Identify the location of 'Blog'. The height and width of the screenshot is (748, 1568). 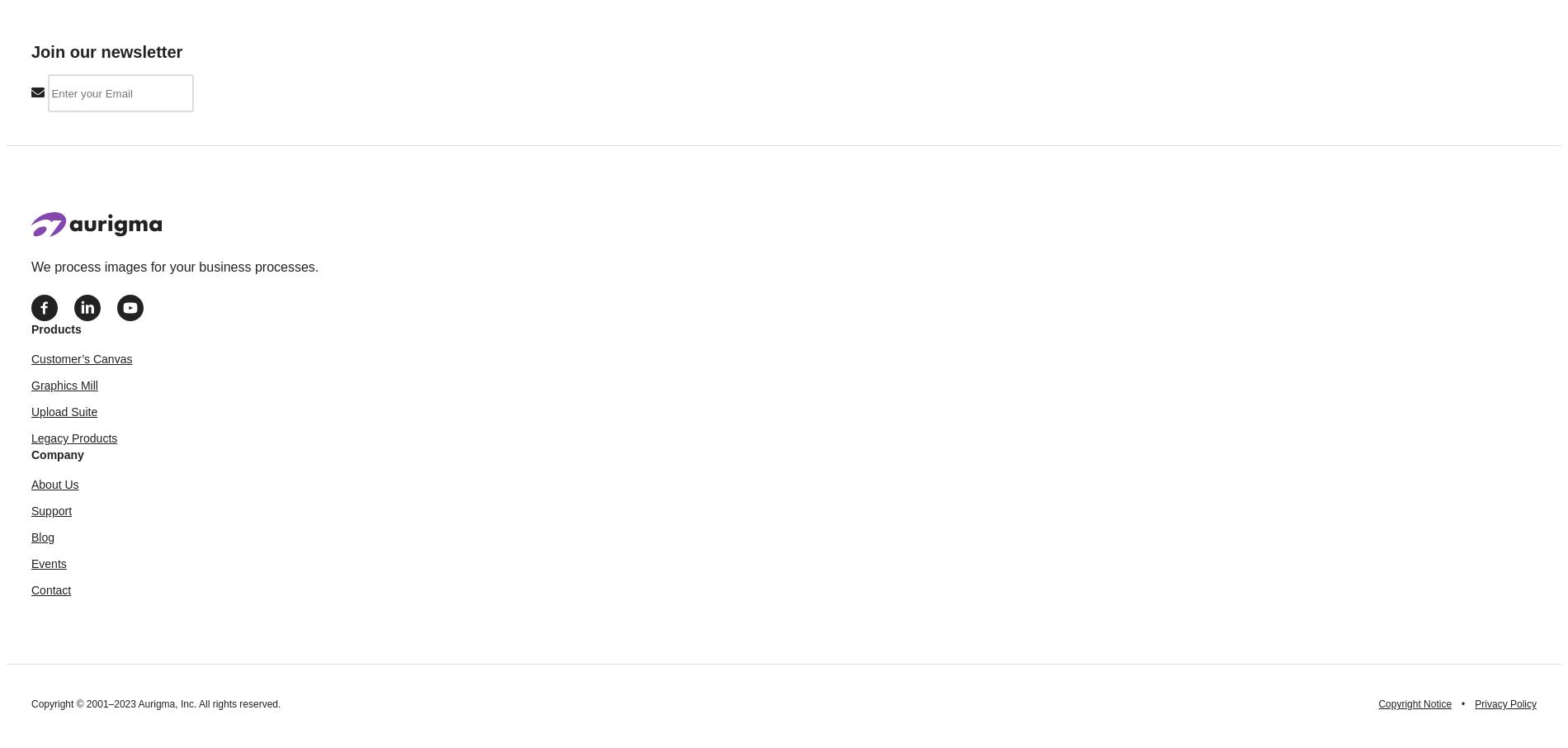
(43, 536).